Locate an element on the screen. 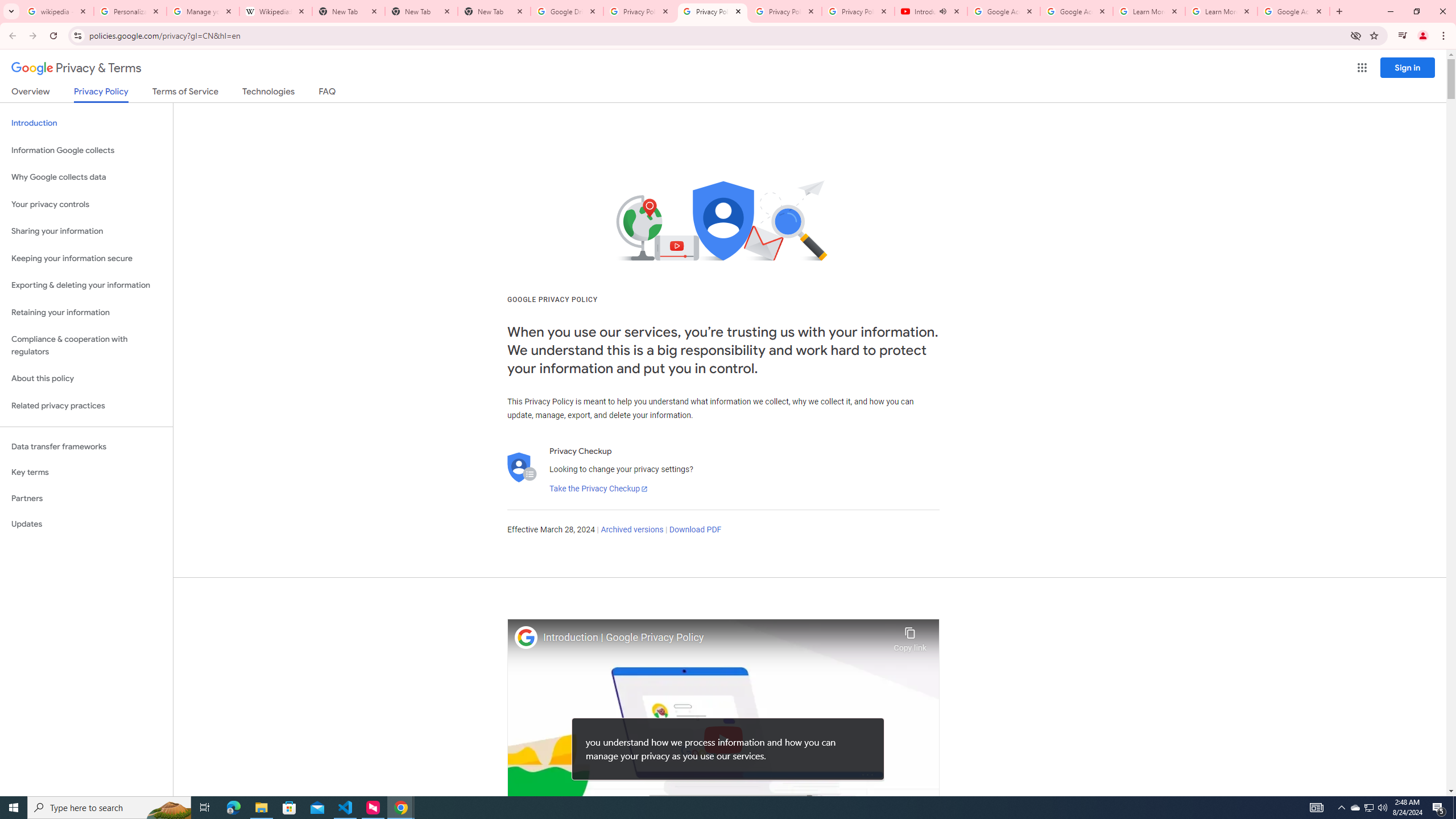 This screenshot has height=819, width=1456. 'Sharing your information' is located at coordinates (86, 230).